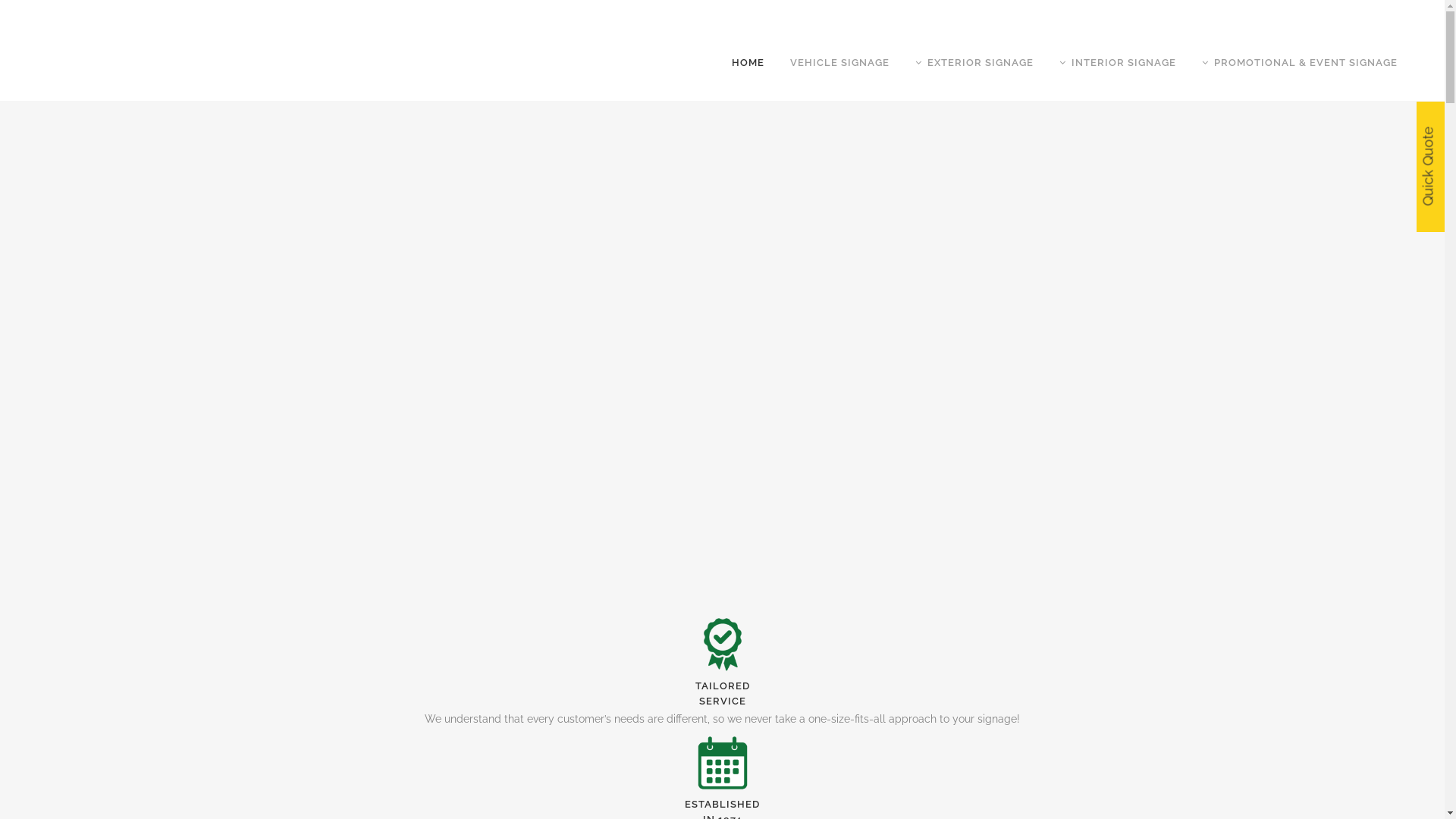  I want to click on '(08) 8345 3177', so click(1383, 12).